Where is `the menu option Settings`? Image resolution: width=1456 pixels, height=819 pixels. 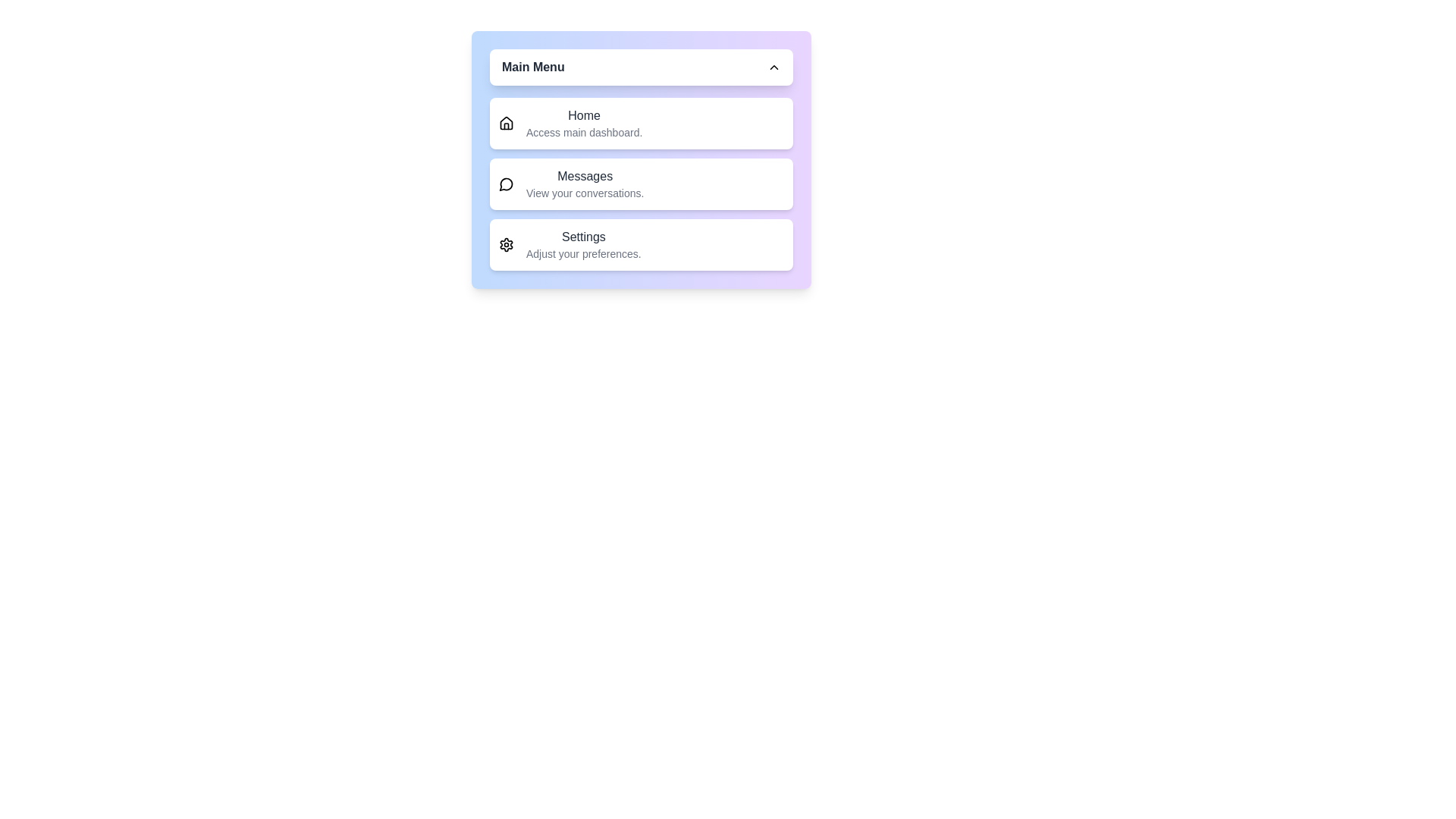
the menu option Settings is located at coordinates (641, 244).